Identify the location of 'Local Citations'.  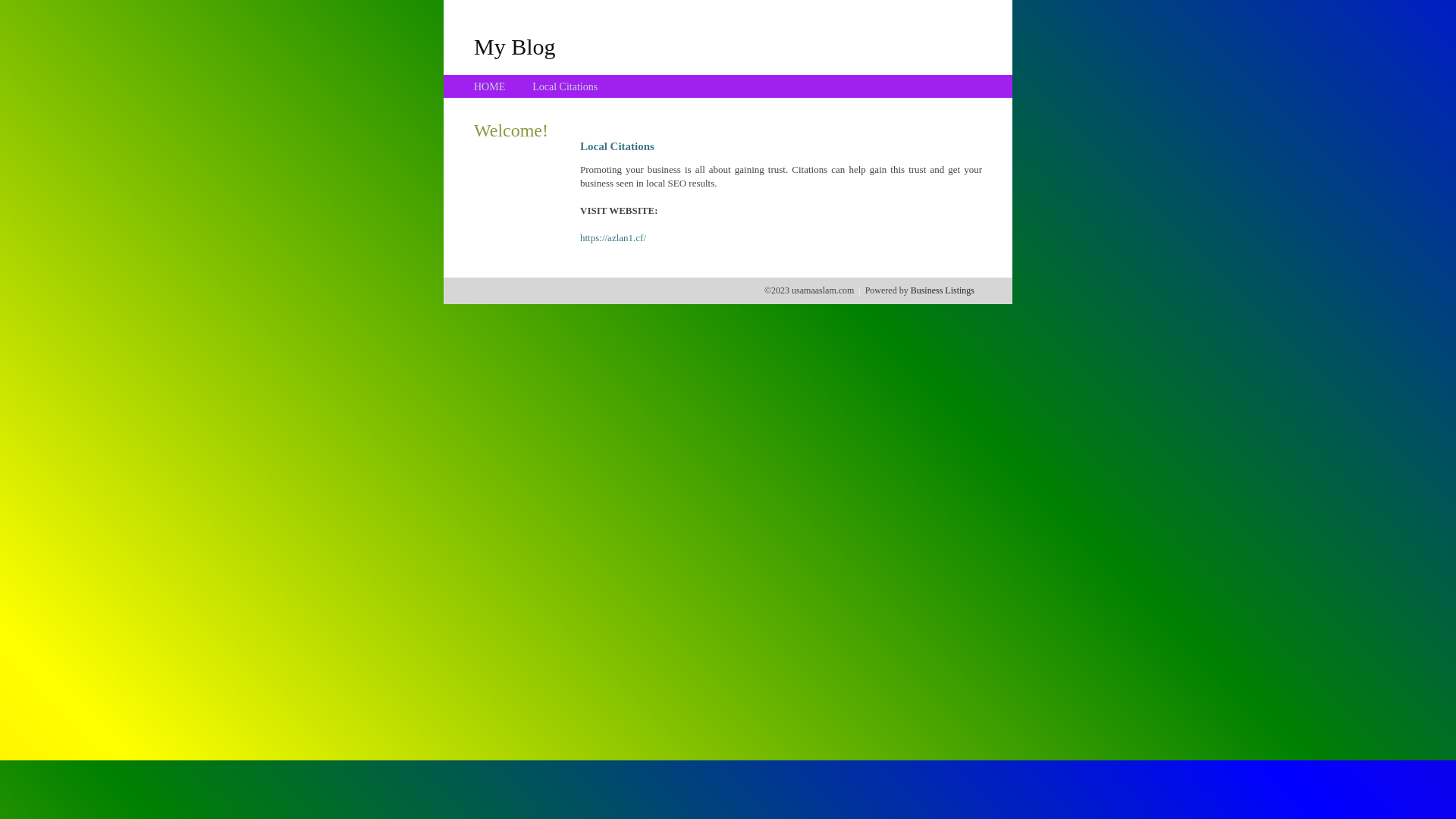
(563, 86).